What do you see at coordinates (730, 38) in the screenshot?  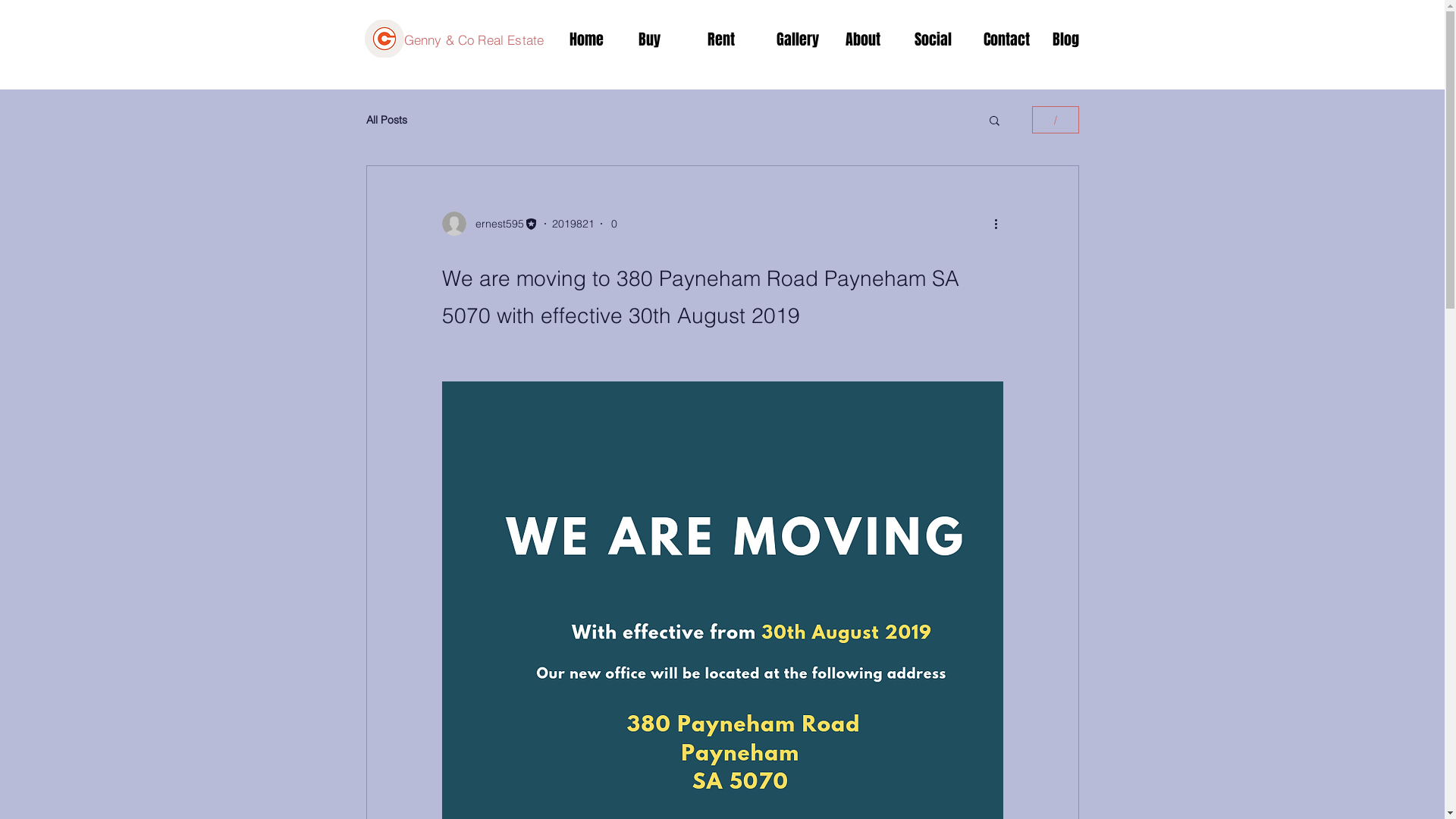 I see `'Rent'` at bounding box center [730, 38].